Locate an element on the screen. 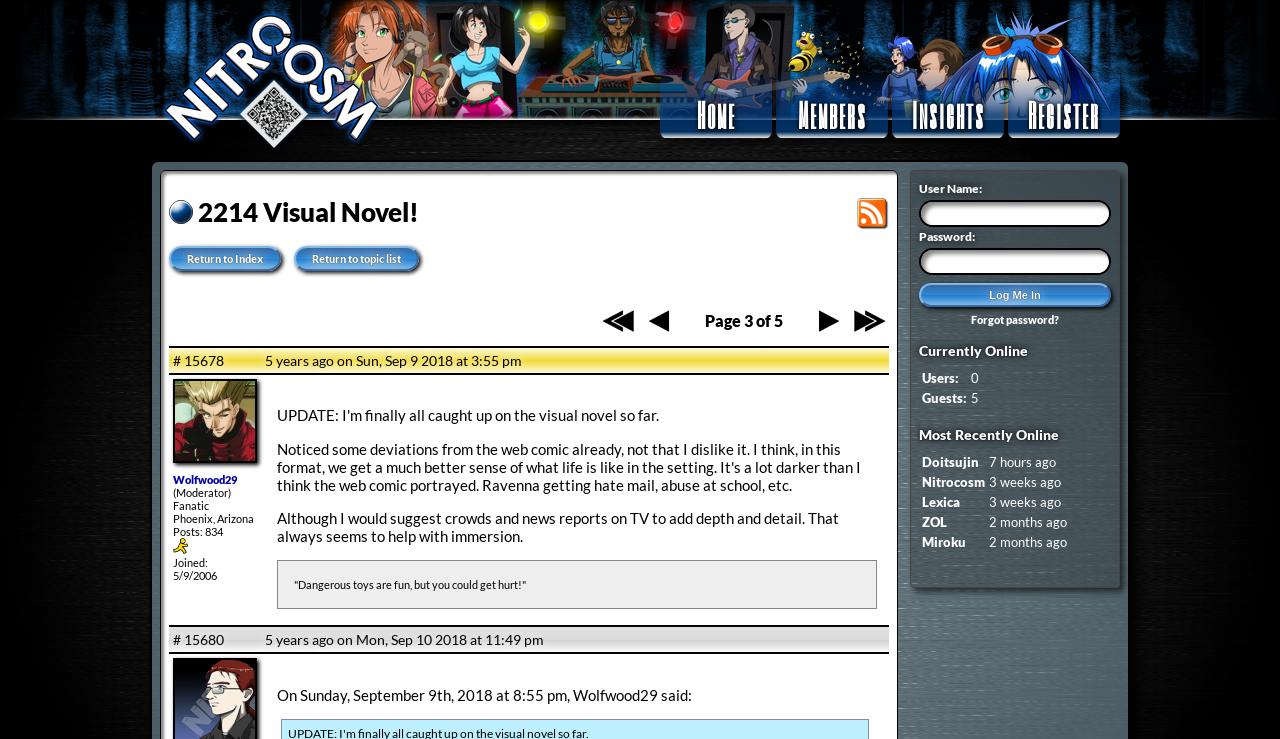 The width and height of the screenshot is (1280, 739). 'On Sunday, September 9th, 2018 at 8:55 pm, Wolfwood29 said:' is located at coordinates (275, 692).